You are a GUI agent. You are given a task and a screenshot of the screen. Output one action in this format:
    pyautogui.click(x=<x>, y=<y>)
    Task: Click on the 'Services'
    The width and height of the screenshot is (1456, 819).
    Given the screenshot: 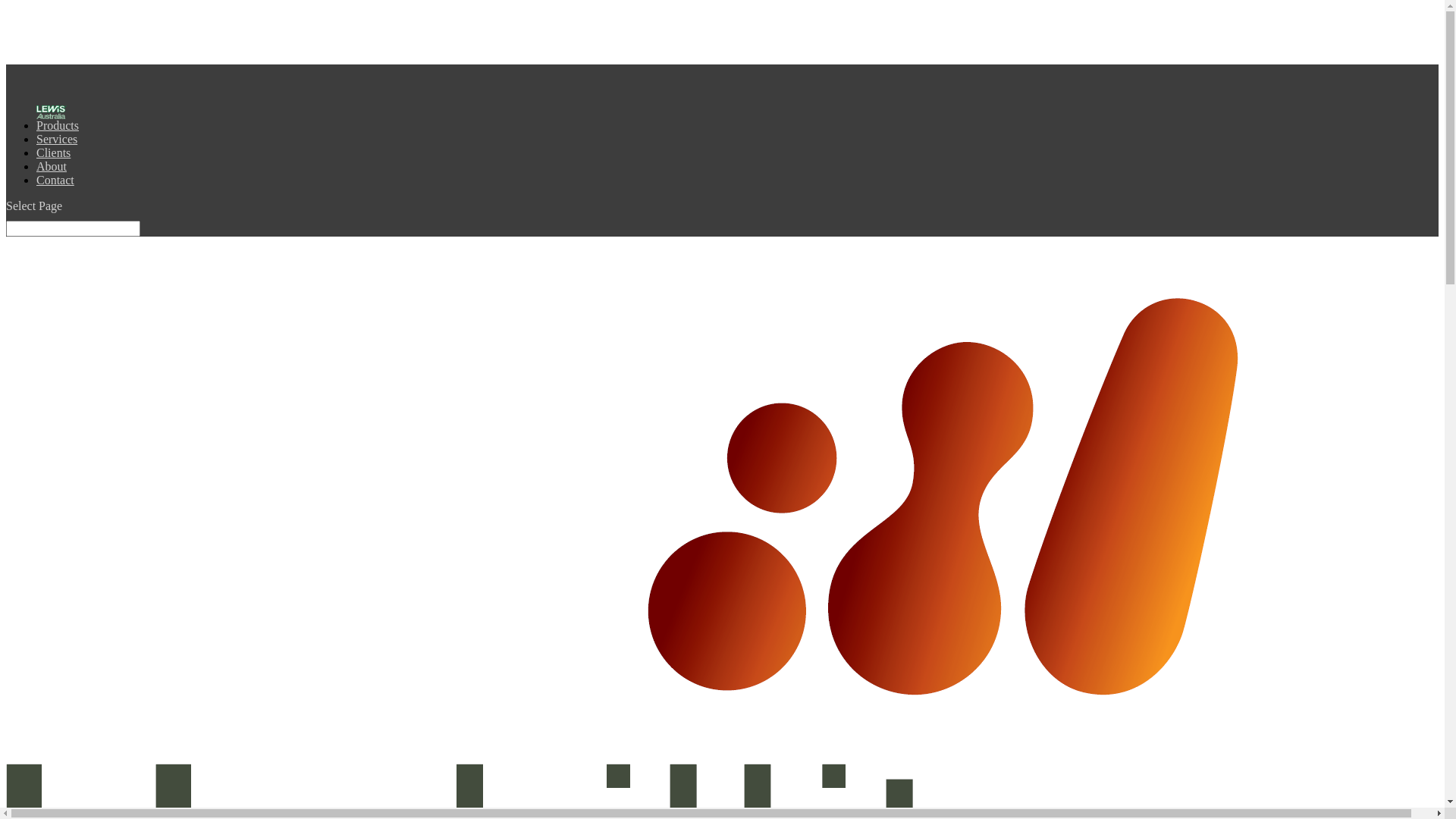 What is the action you would take?
    pyautogui.click(x=57, y=148)
    